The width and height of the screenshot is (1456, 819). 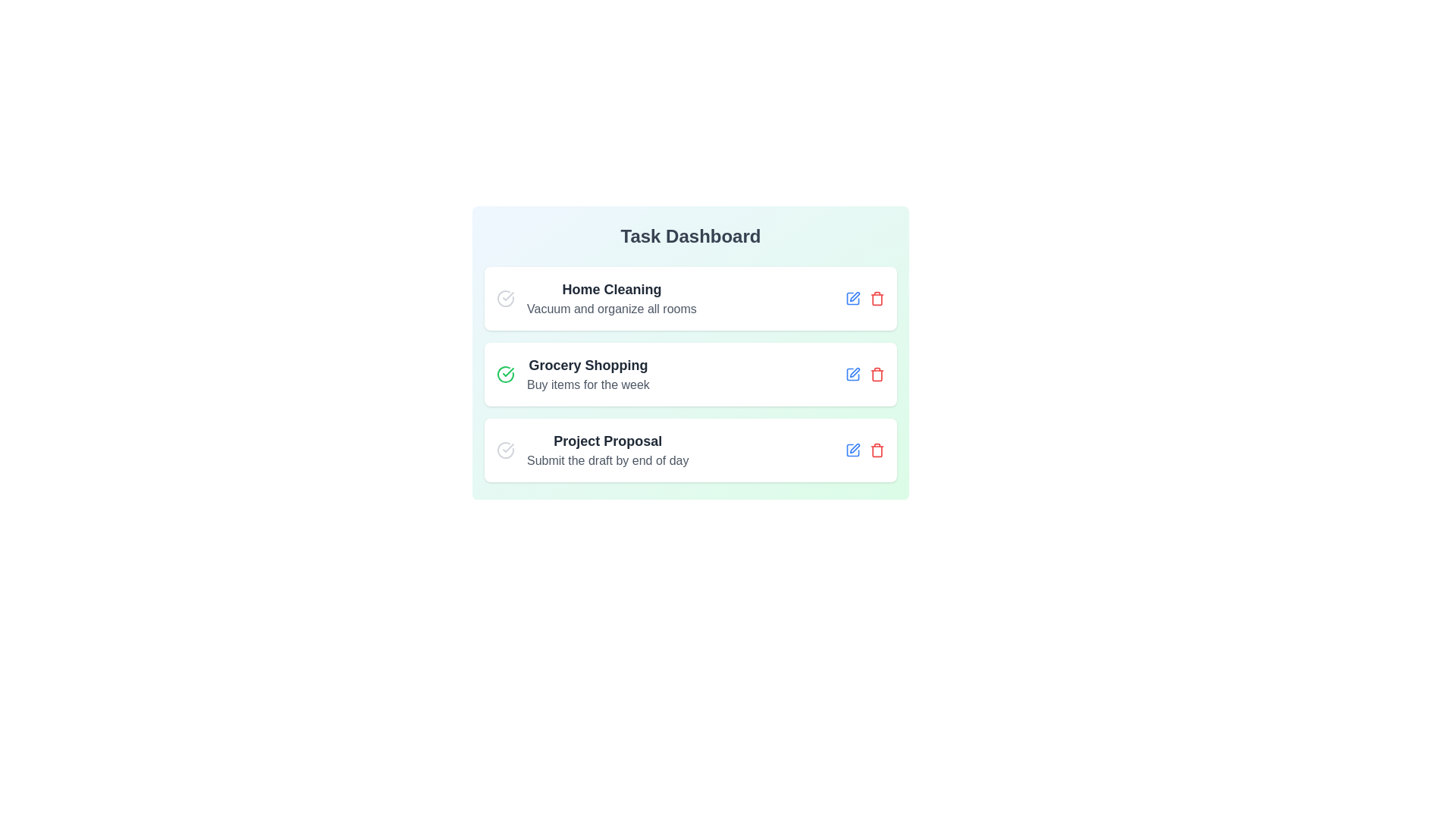 What do you see at coordinates (877, 298) in the screenshot?
I see `trash icon for the task titled Home Cleaning` at bounding box center [877, 298].